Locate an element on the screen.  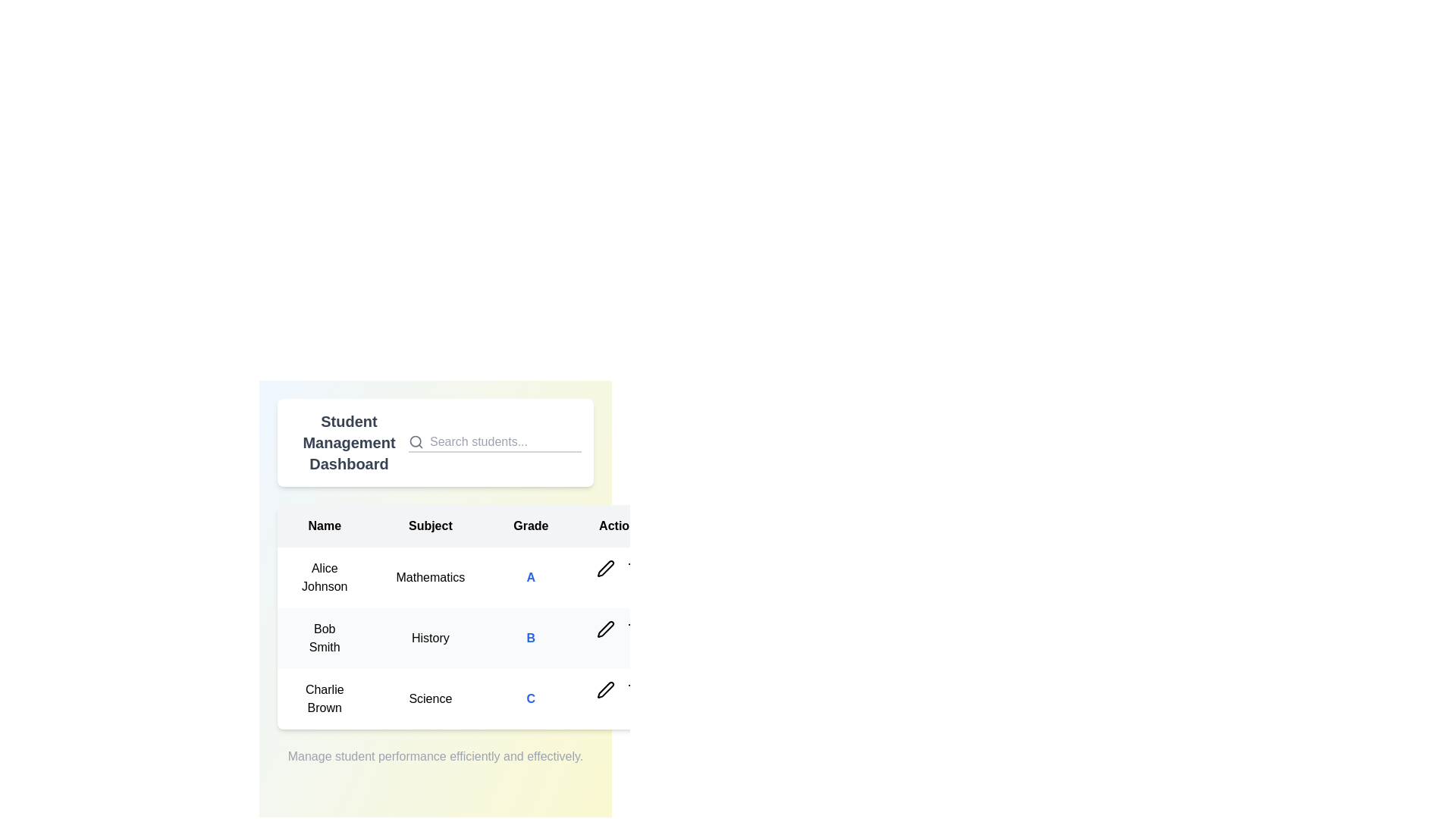
the 'Subject' text label in the table header, which is the second column header between 'Name' and 'Grade' is located at coordinates (429, 526).